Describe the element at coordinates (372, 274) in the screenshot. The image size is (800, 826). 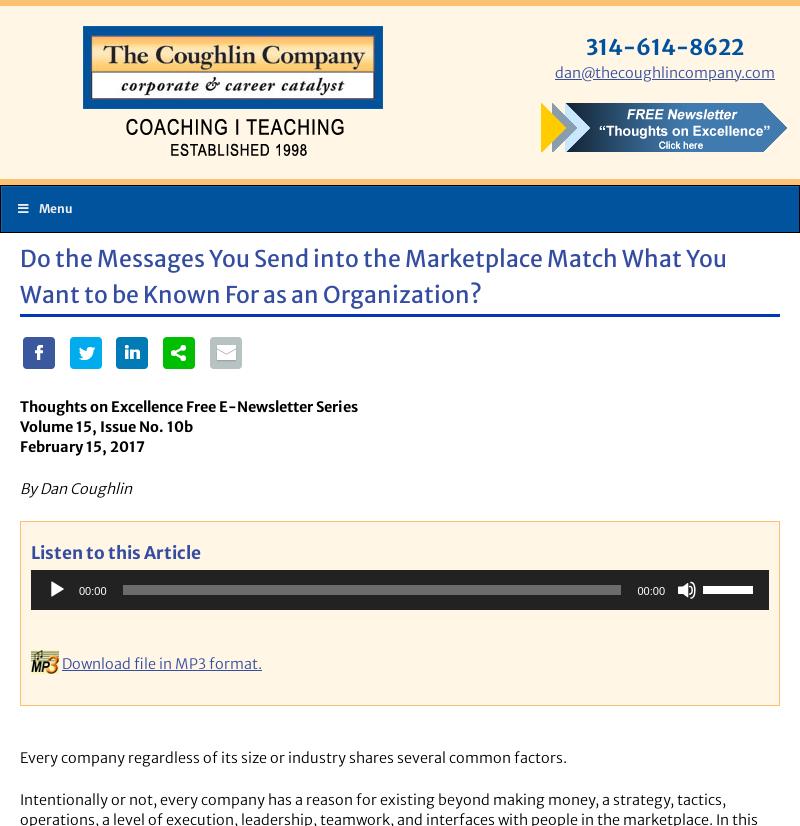
I see `'Do the Messages You Send into the Marketplace Match  What You Want to be Known For as an Organization?'` at that location.